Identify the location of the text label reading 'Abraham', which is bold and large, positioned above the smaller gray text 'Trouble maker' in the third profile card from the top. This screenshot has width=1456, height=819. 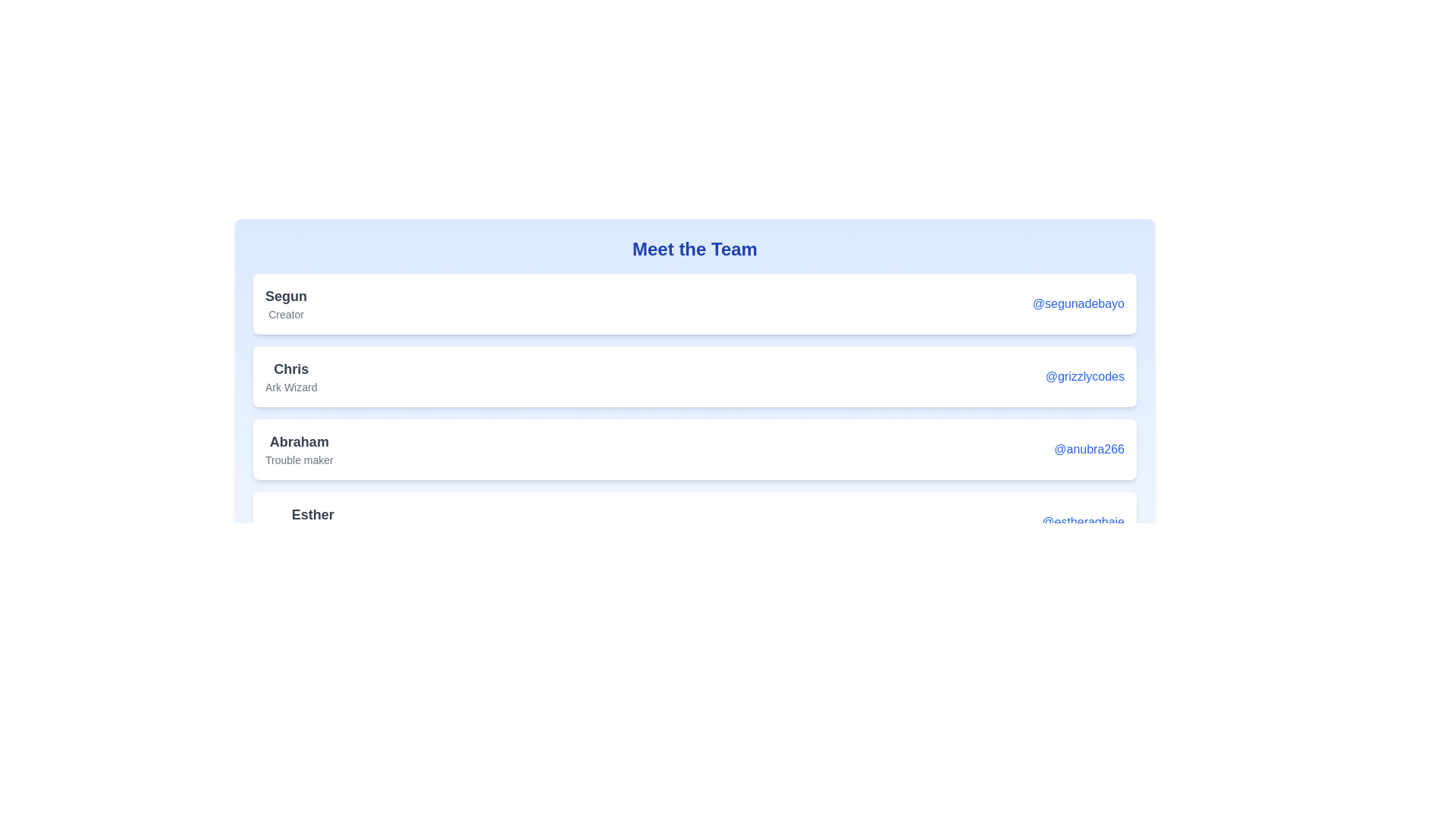
(299, 441).